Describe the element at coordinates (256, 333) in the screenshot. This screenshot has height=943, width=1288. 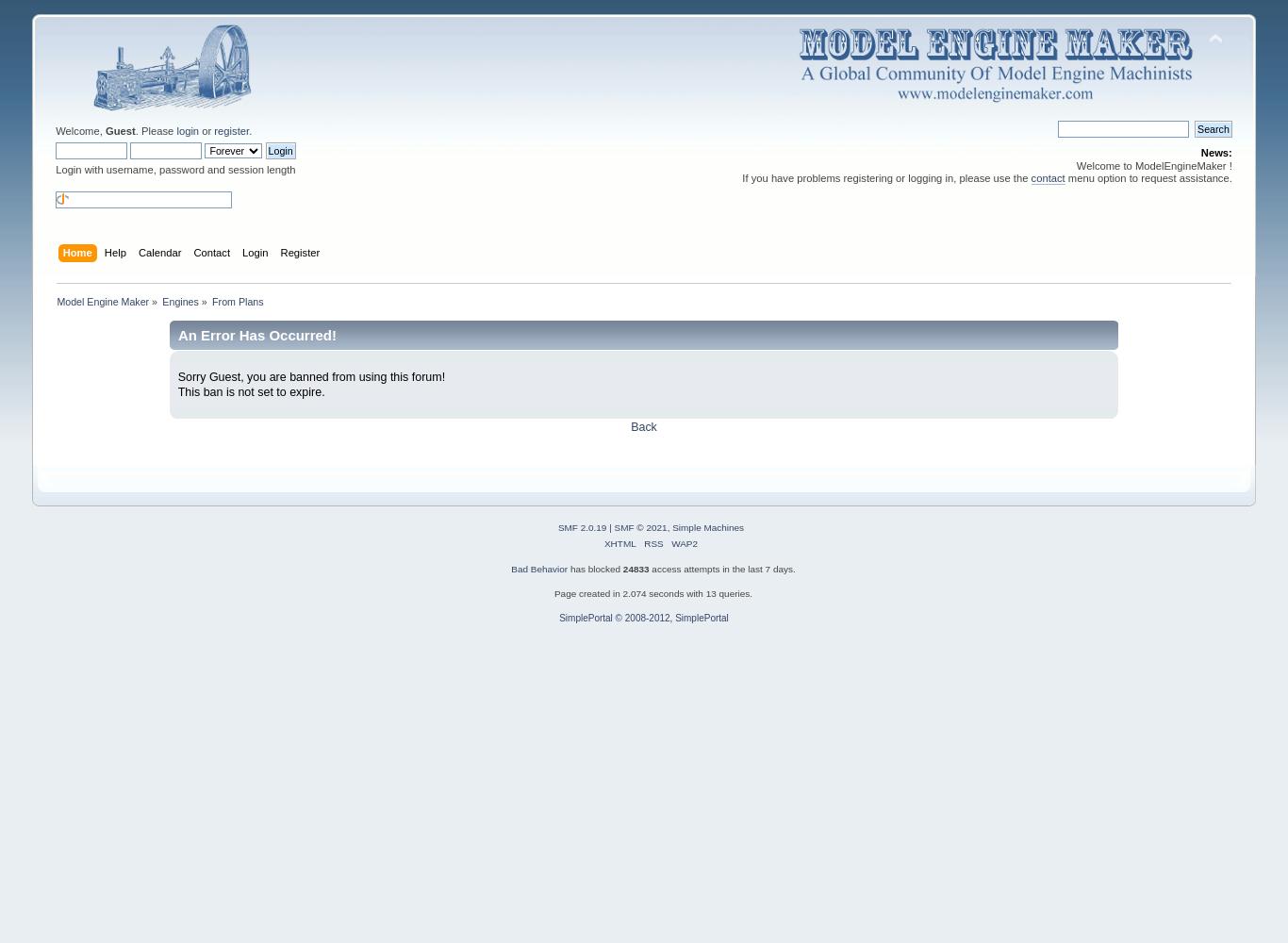
I see `'An Error Has Occurred!'` at that location.